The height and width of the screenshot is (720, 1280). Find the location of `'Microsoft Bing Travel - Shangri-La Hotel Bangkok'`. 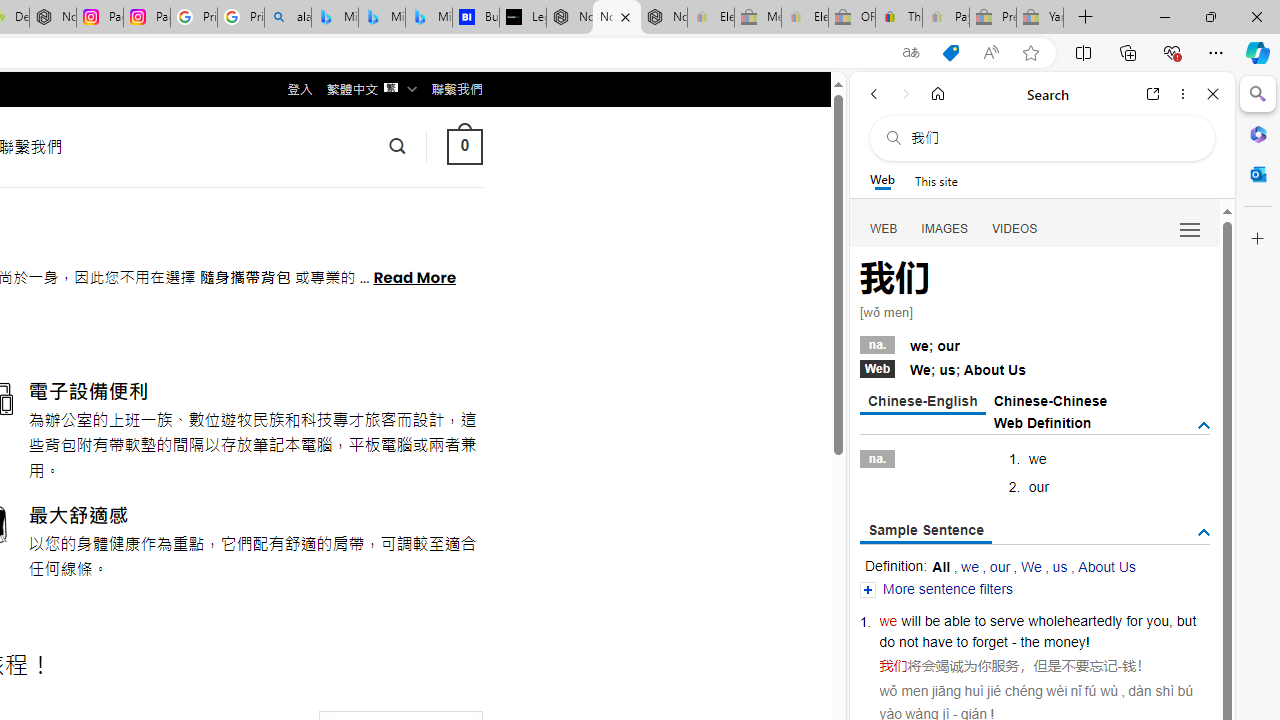

'Microsoft Bing Travel - Shangri-La Hotel Bangkok' is located at coordinates (427, 17).